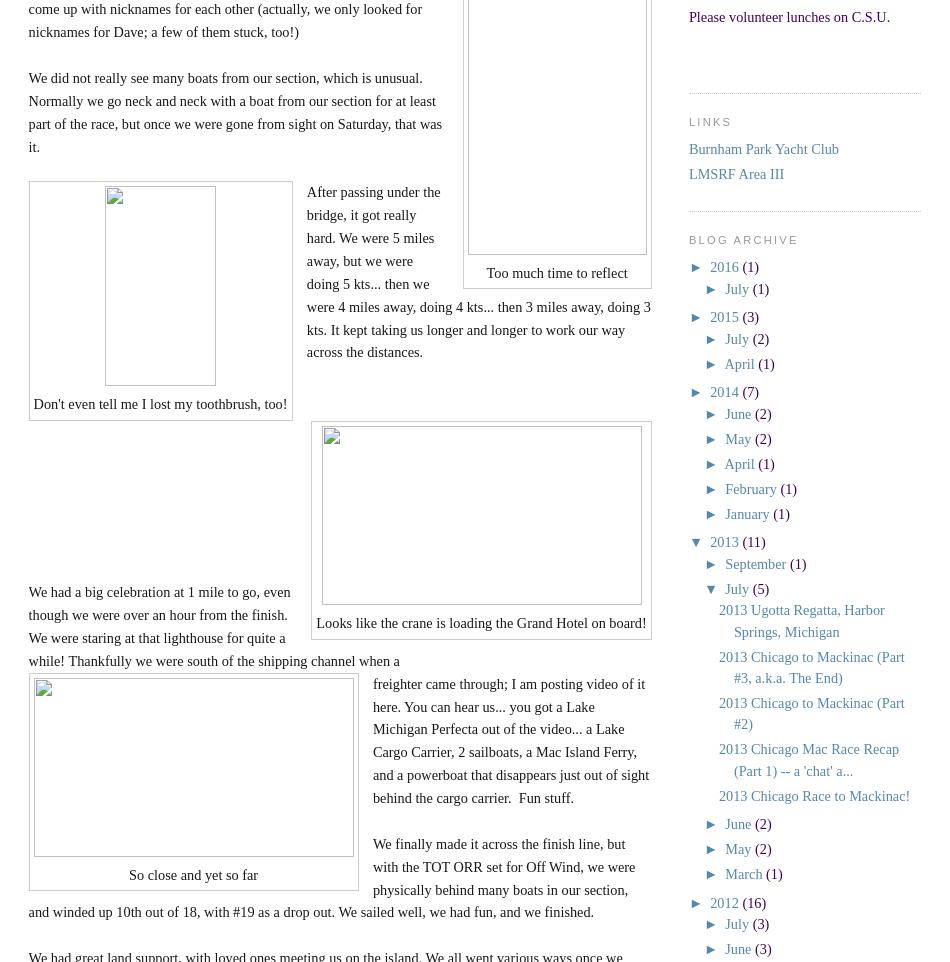 The height and width of the screenshot is (962, 950). Describe the element at coordinates (710, 902) in the screenshot. I see `'2012'` at that location.